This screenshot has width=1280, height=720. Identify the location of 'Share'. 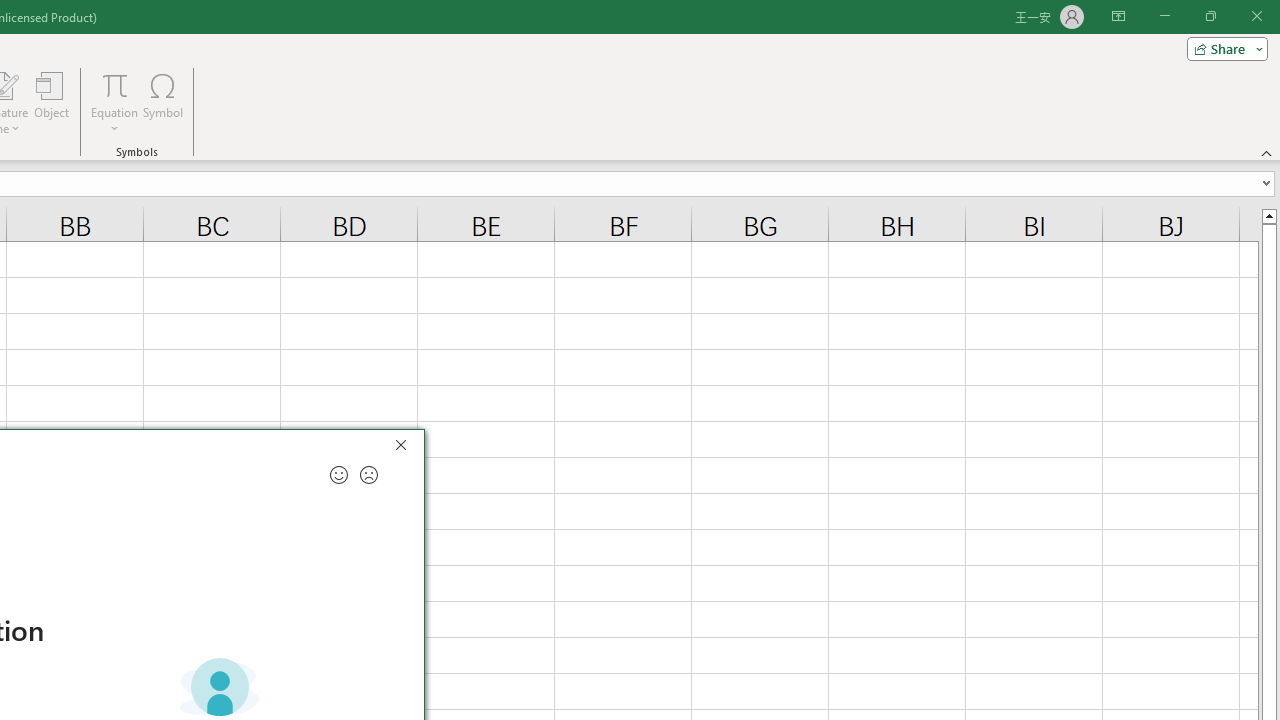
(1222, 47).